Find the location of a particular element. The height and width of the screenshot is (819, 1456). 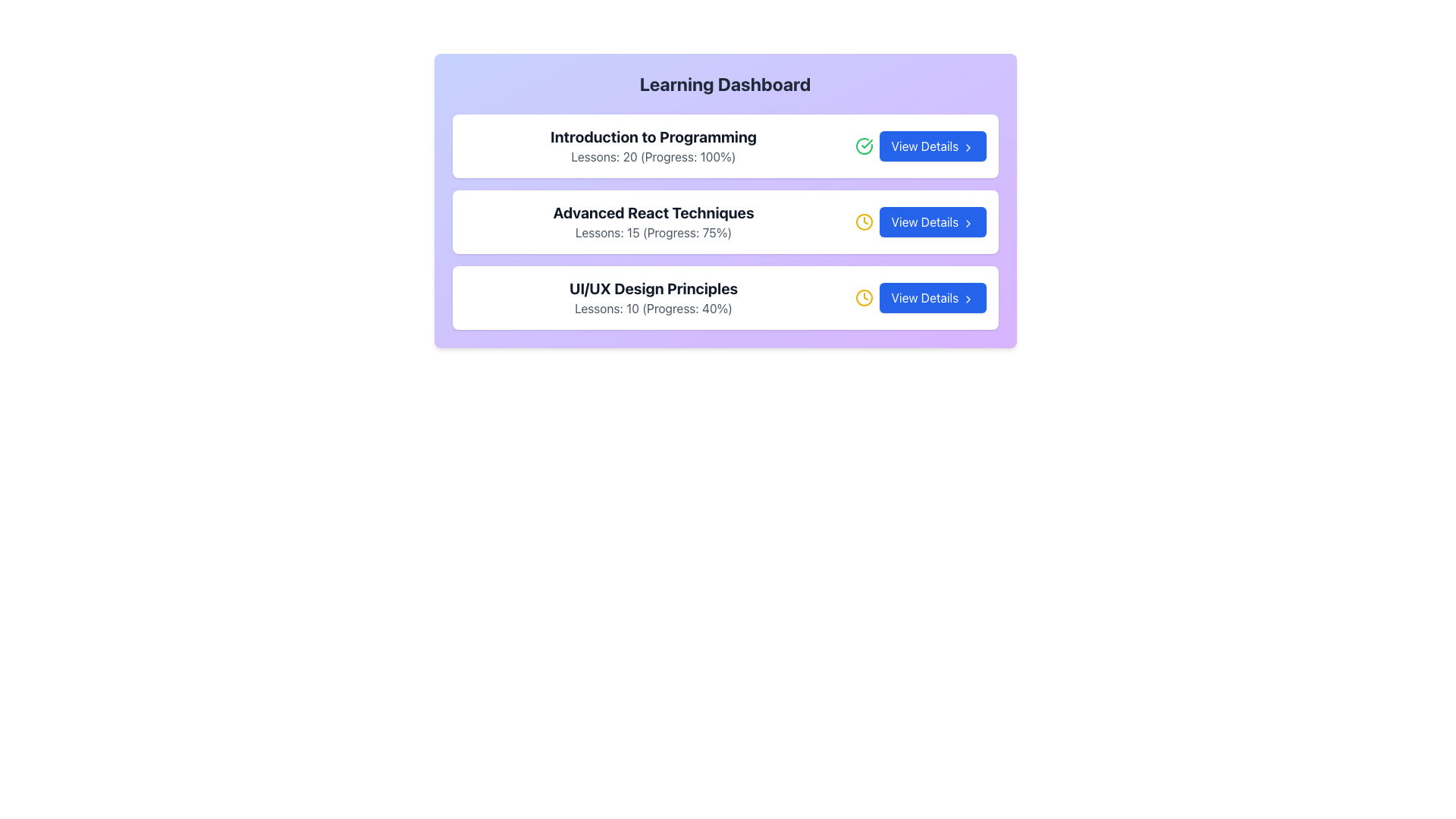

the chevron arrow icon at the far-right of the 'View Details' button, which is the third button in the vertical list associated with the 'UI/UX Design Principles' section is located at coordinates (967, 299).